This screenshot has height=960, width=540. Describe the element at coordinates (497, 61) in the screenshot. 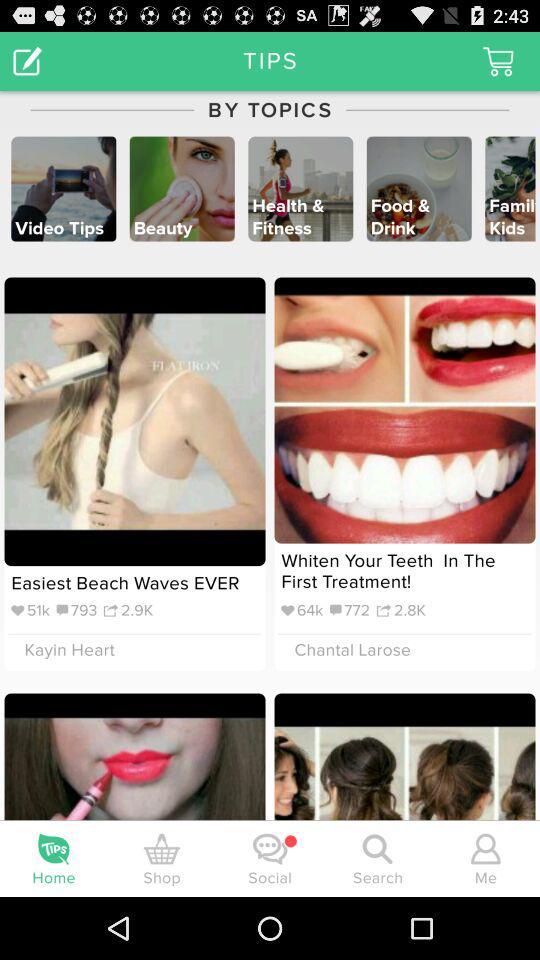

I see `basket` at that location.